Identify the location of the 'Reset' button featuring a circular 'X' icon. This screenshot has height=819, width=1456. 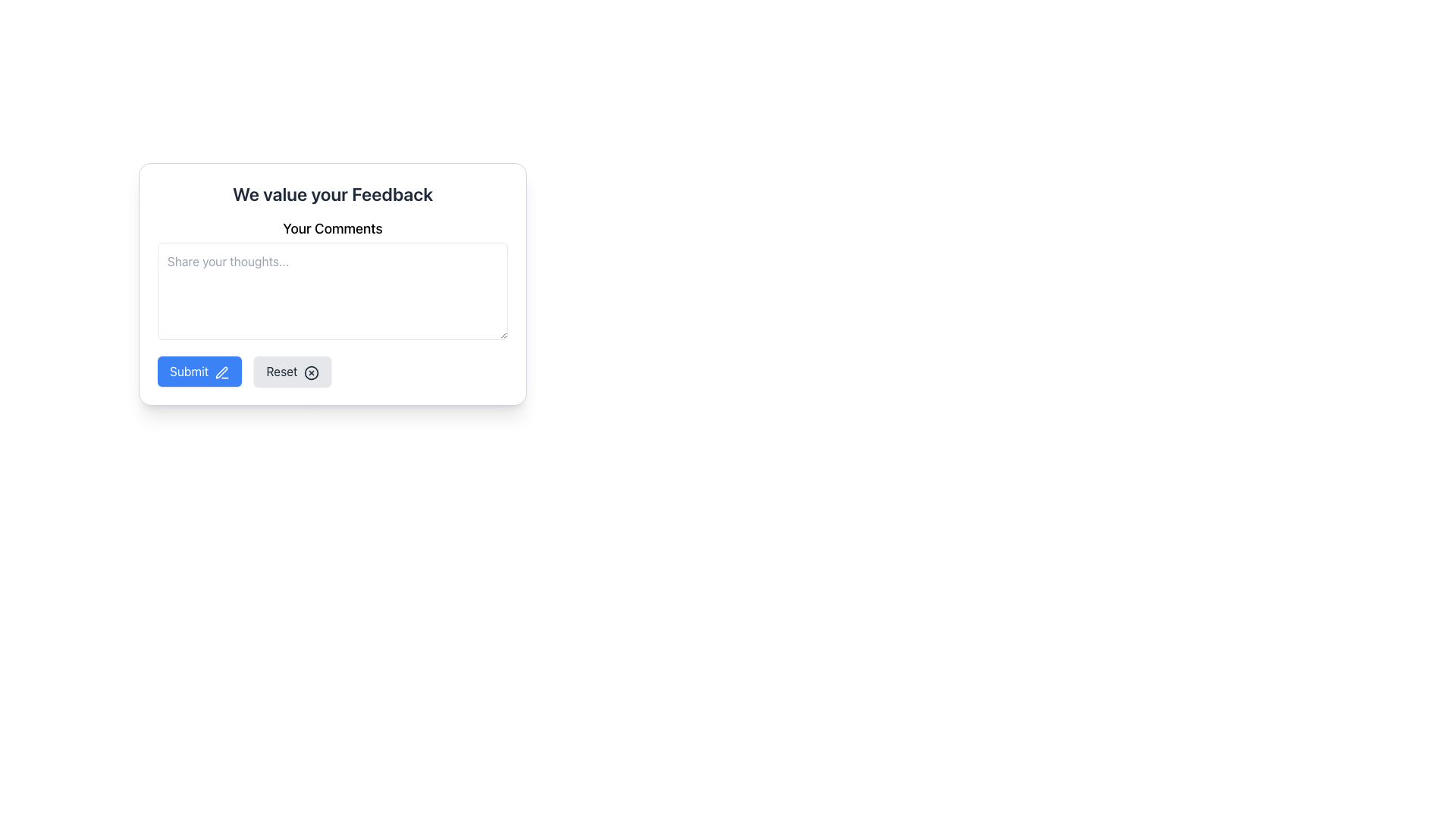
(293, 371).